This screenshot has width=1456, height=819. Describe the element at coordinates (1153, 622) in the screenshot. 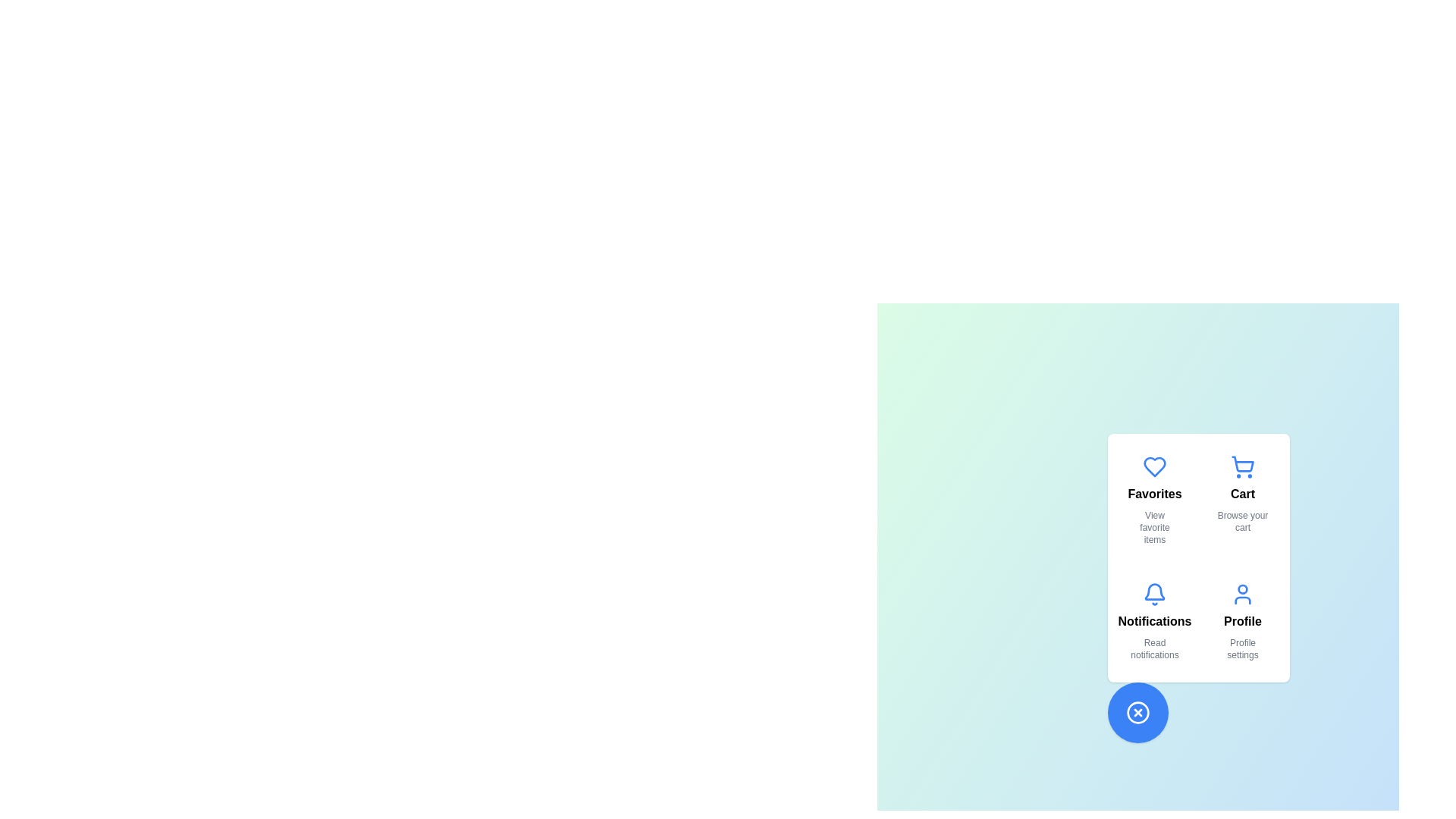

I see `the option Notifications from the displayed options in the InteractiveSpeedDial` at that location.